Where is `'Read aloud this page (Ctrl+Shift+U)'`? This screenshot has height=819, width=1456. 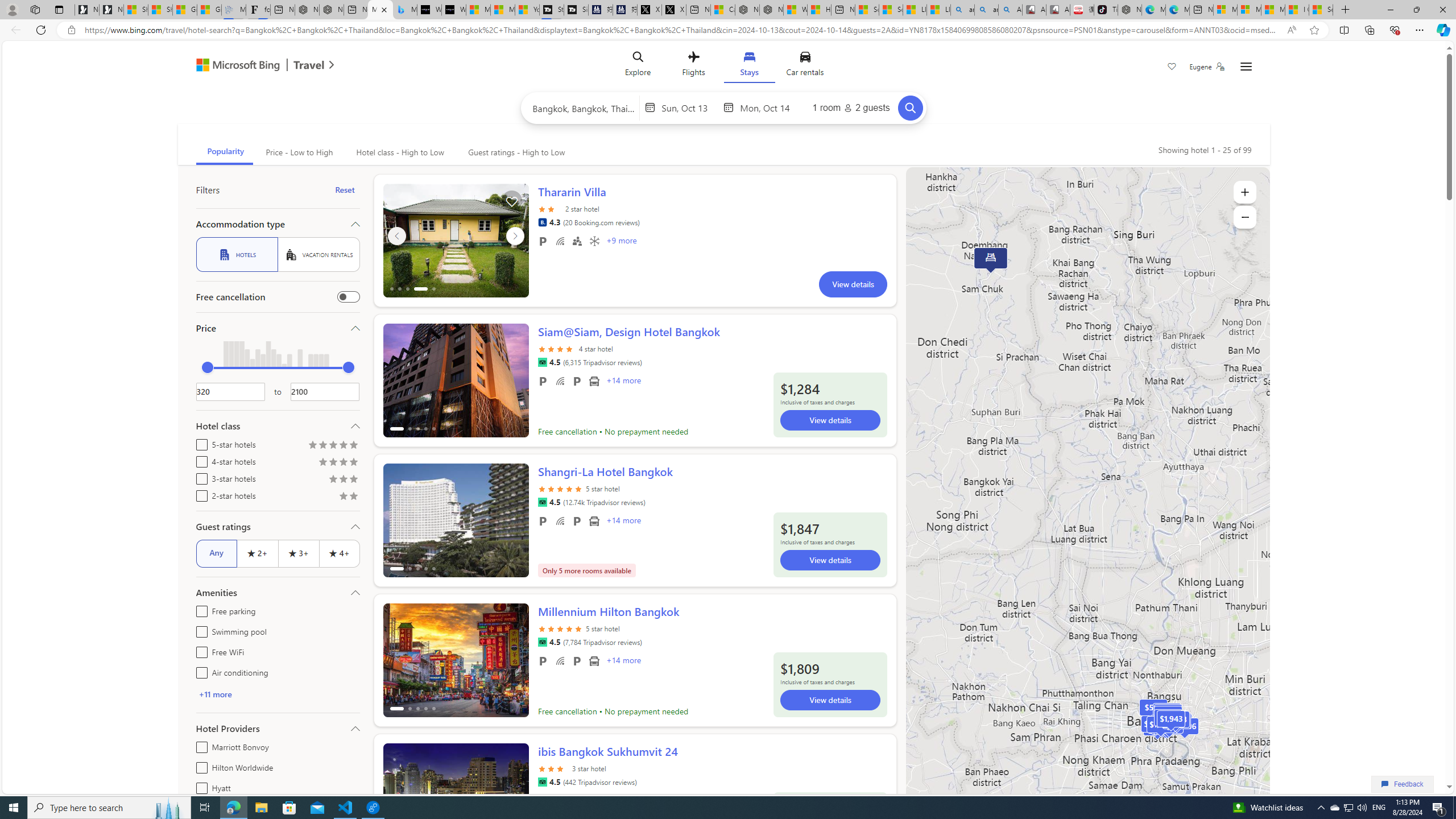 'Read aloud this page (Ctrl+Shift+U)' is located at coordinates (1291, 30).